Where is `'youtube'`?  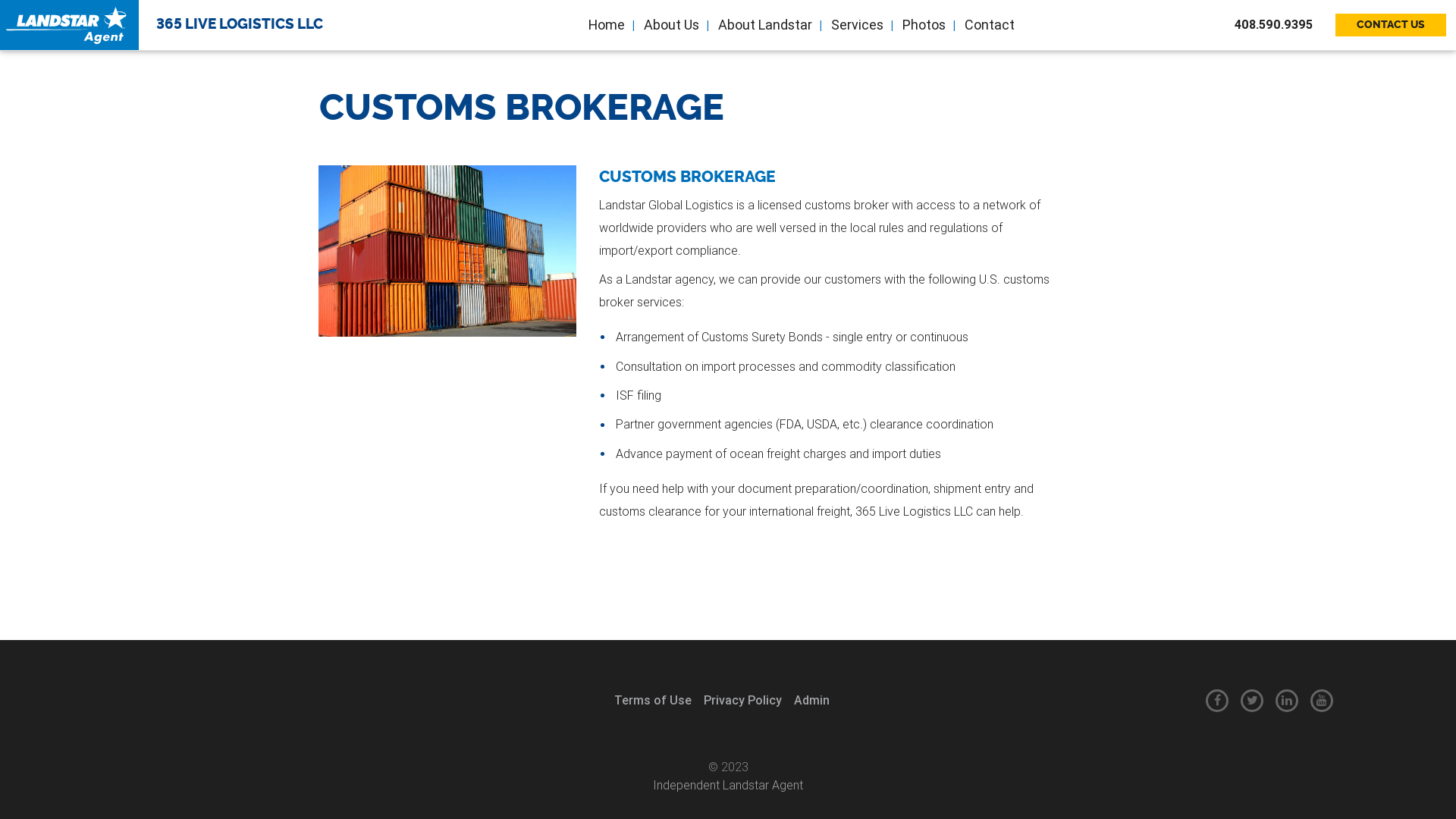
'youtube' is located at coordinates (1310, 701).